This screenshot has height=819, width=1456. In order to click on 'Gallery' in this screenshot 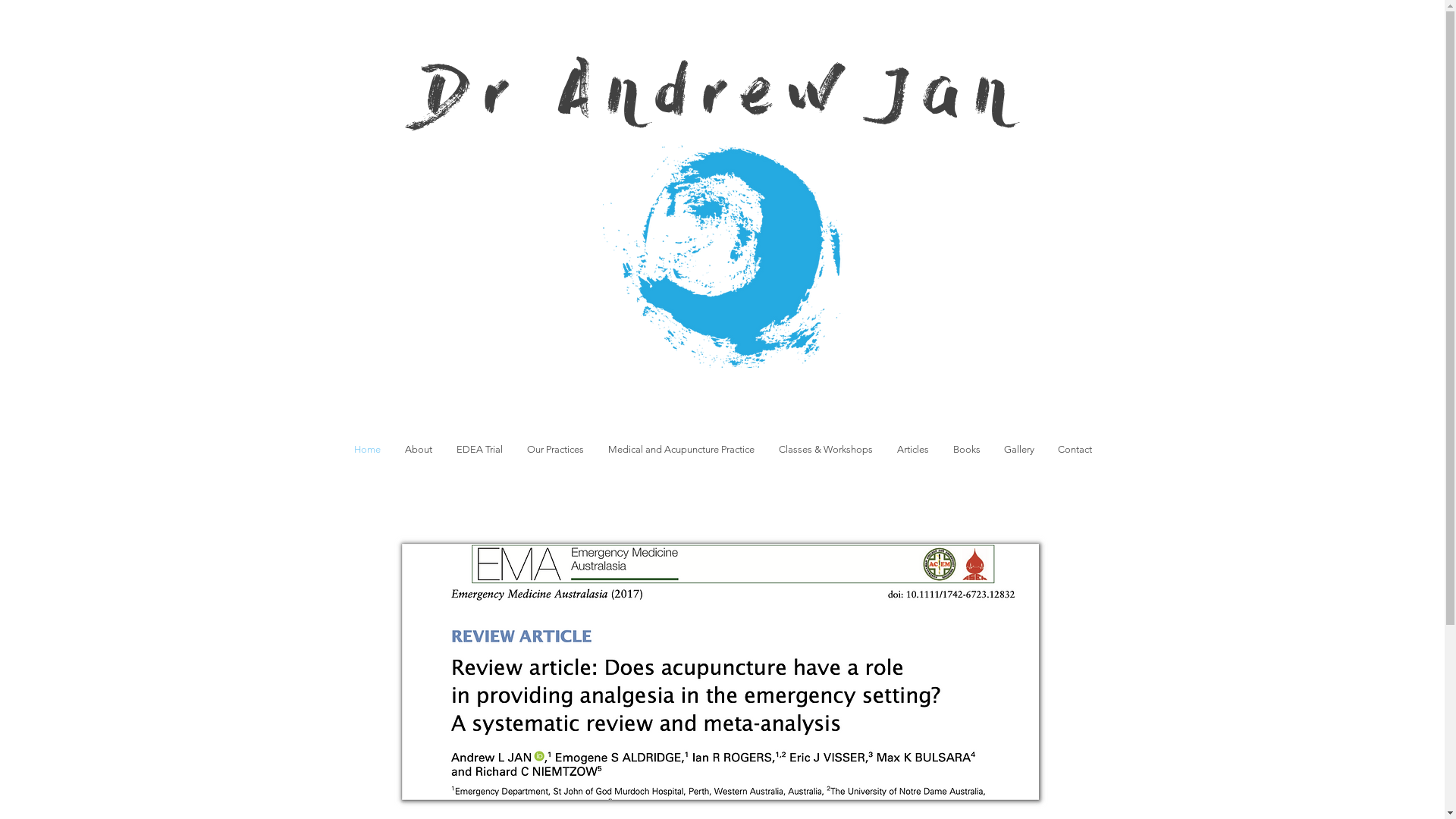, I will do `click(1018, 448)`.